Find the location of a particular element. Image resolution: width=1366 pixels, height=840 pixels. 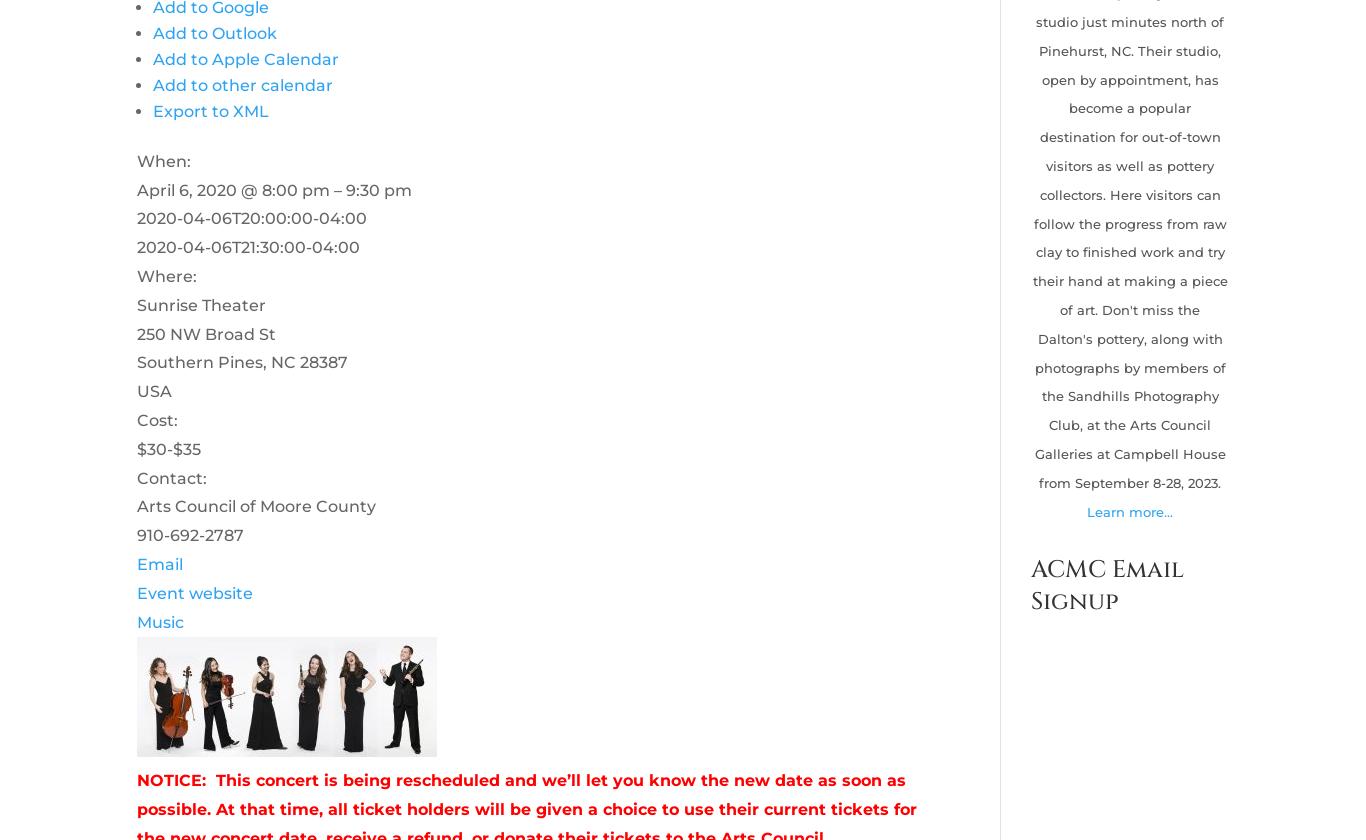

'$30-$35' is located at coordinates (167, 448).